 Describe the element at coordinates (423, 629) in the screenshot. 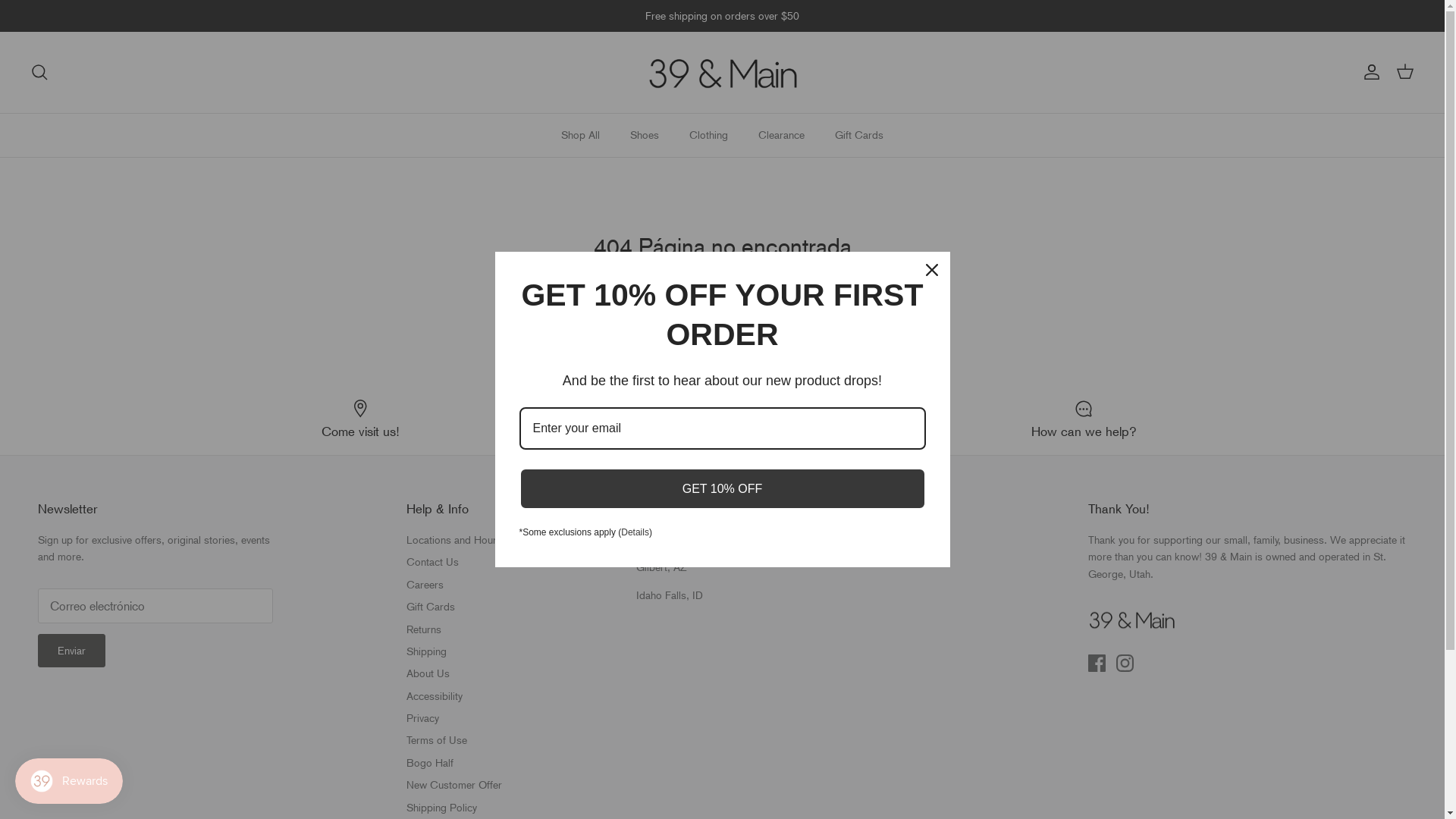

I see `'Returns'` at that location.